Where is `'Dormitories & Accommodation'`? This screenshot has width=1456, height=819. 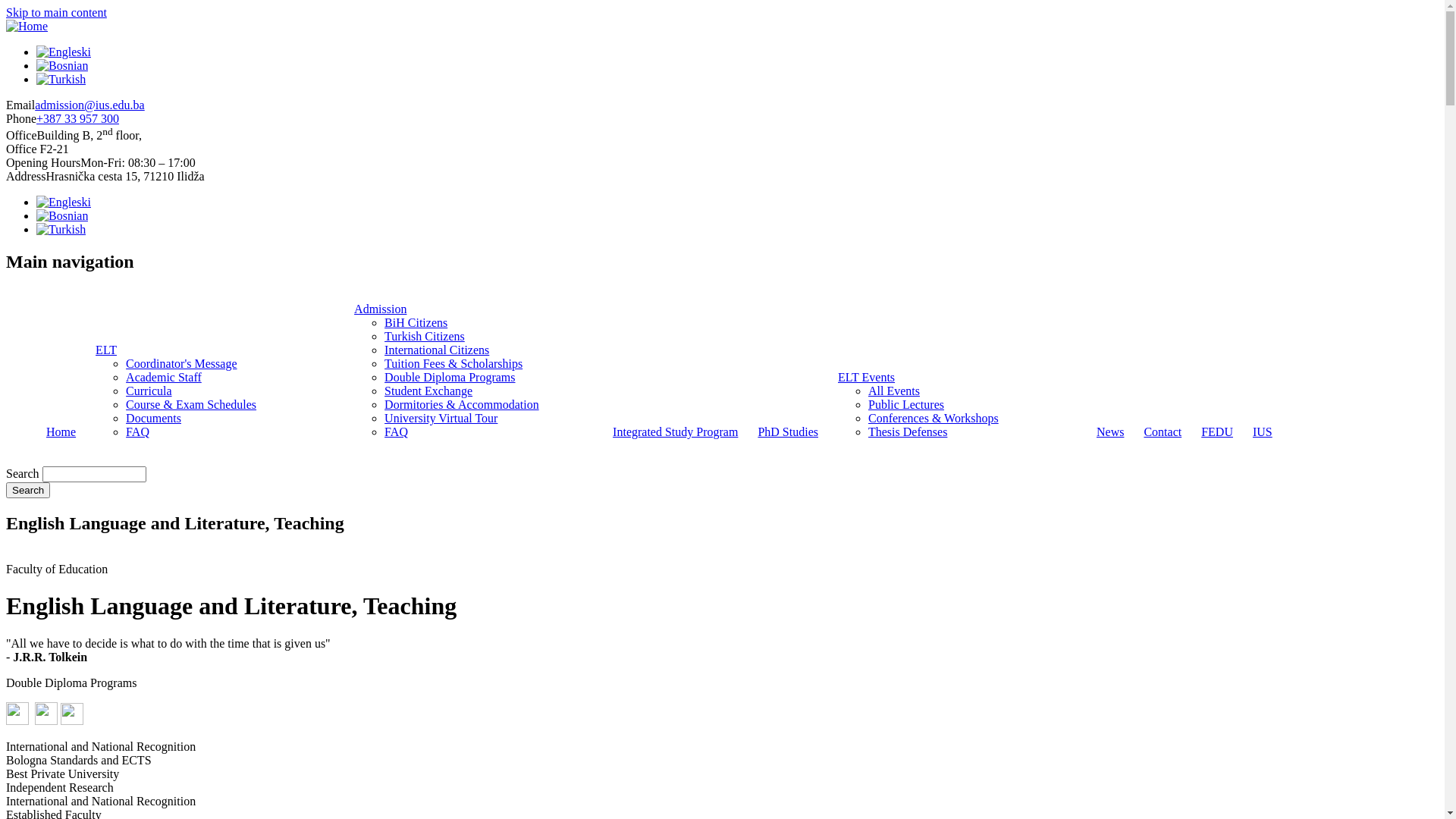 'Dormitories & Accommodation' is located at coordinates (461, 403).